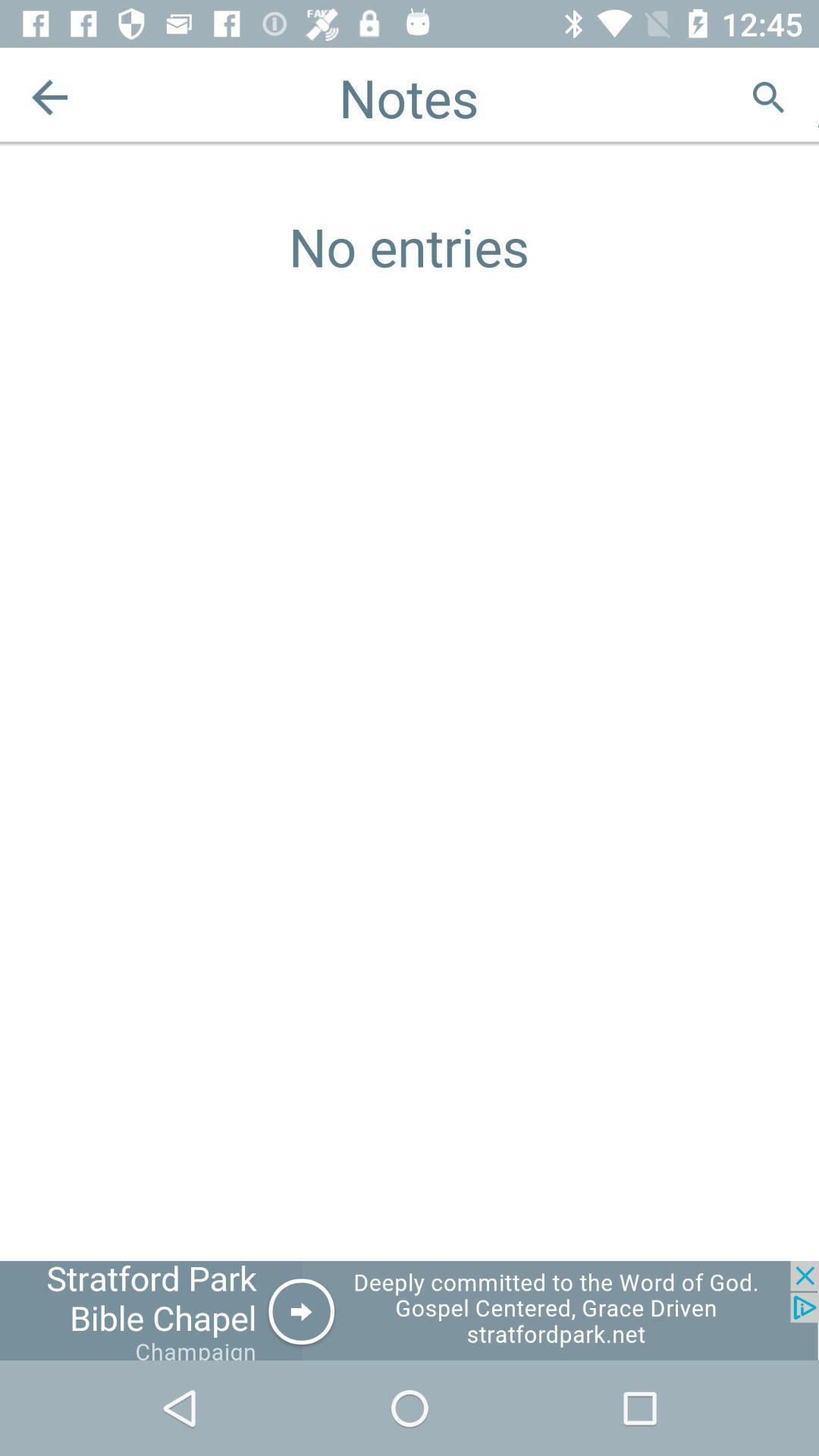 The image size is (819, 1456). What do you see at coordinates (409, 1310) in the screenshot?
I see `advertisement for church` at bounding box center [409, 1310].